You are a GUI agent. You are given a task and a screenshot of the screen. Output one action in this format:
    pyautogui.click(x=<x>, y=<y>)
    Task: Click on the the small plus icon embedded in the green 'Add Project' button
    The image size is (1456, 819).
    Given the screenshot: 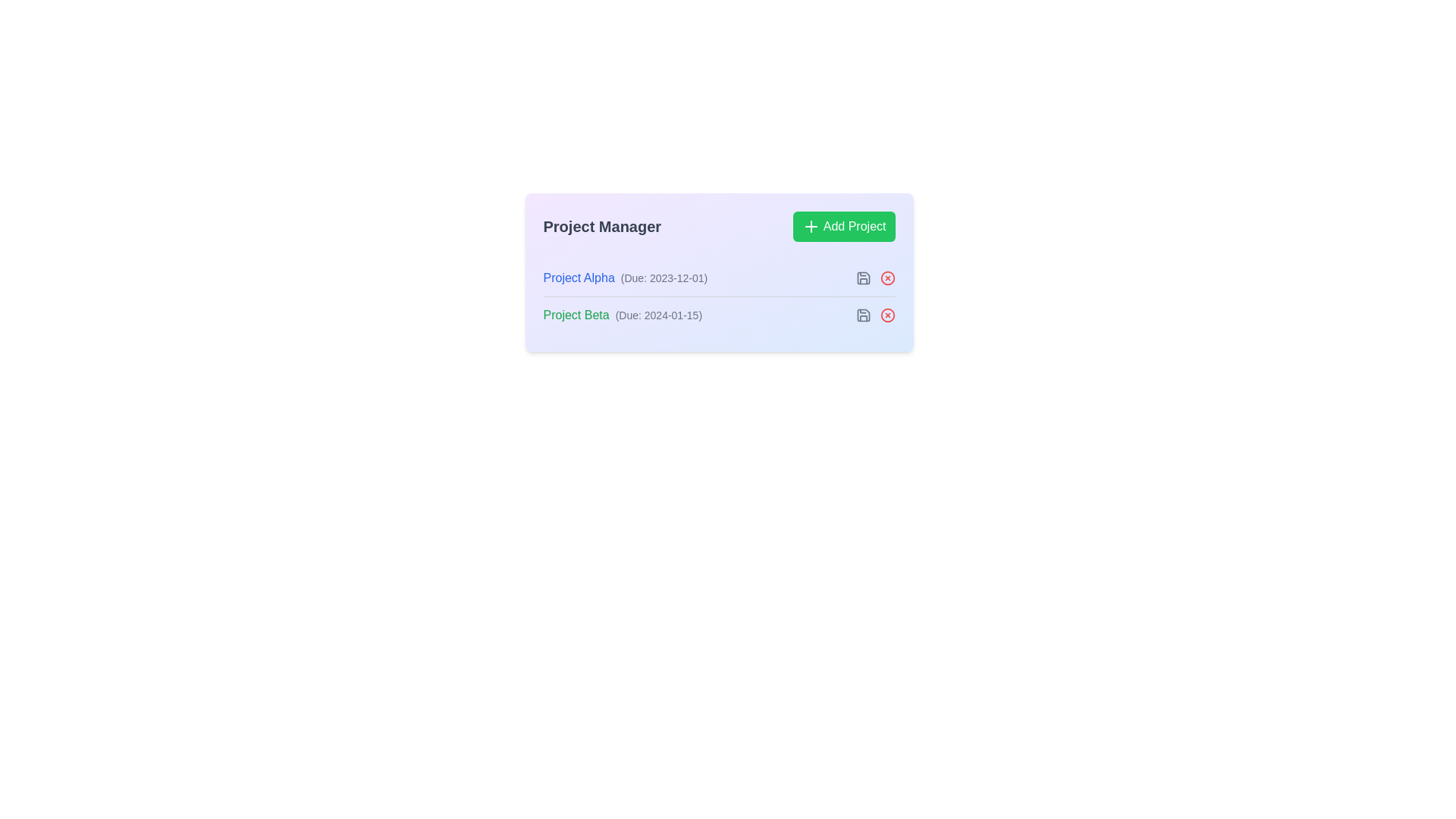 What is the action you would take?
    pyautogui.click(x=810, y=227)
    